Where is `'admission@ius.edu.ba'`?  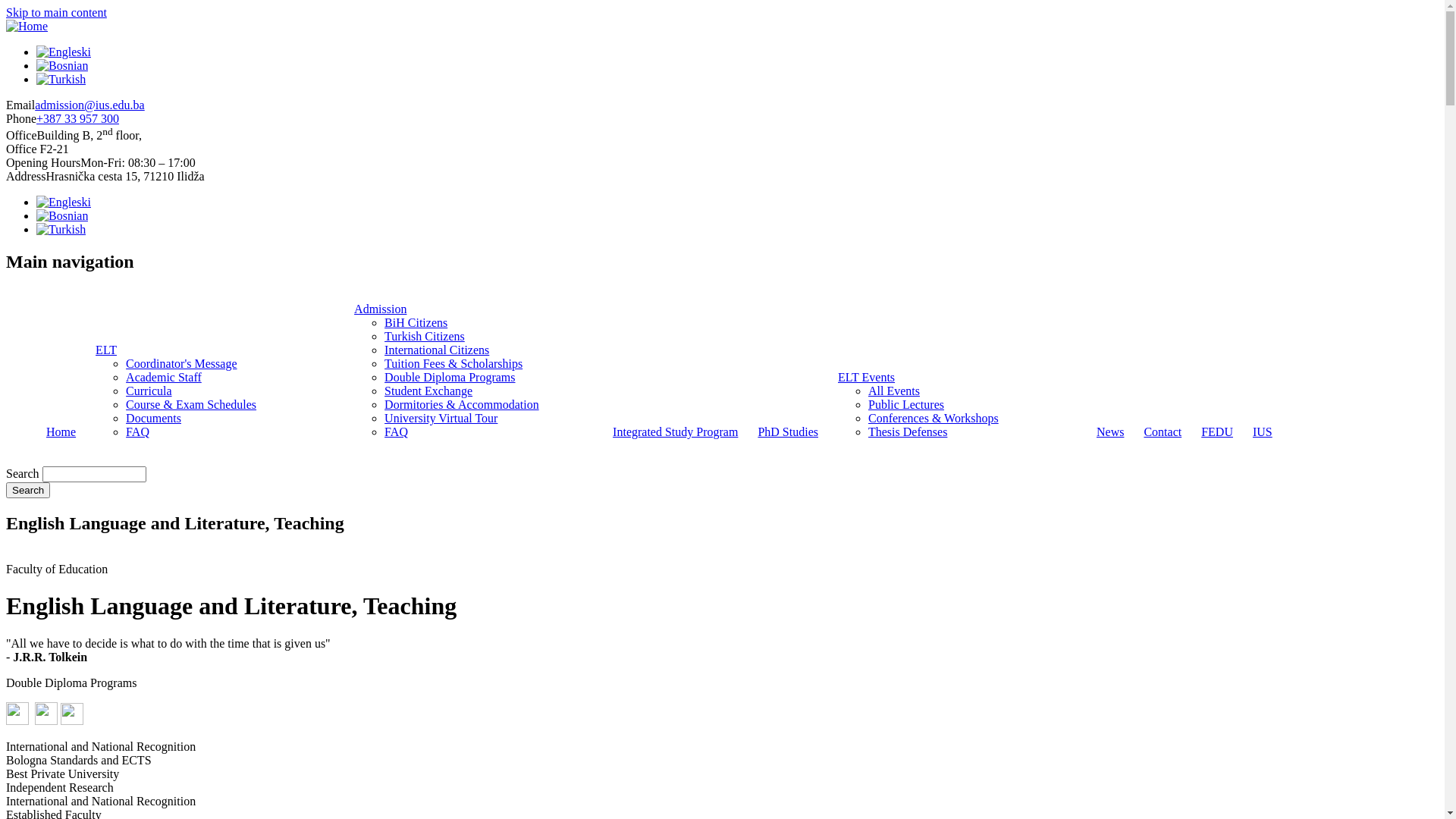
'admission@ius.edu.ba' is located at coordinates (89, 104).